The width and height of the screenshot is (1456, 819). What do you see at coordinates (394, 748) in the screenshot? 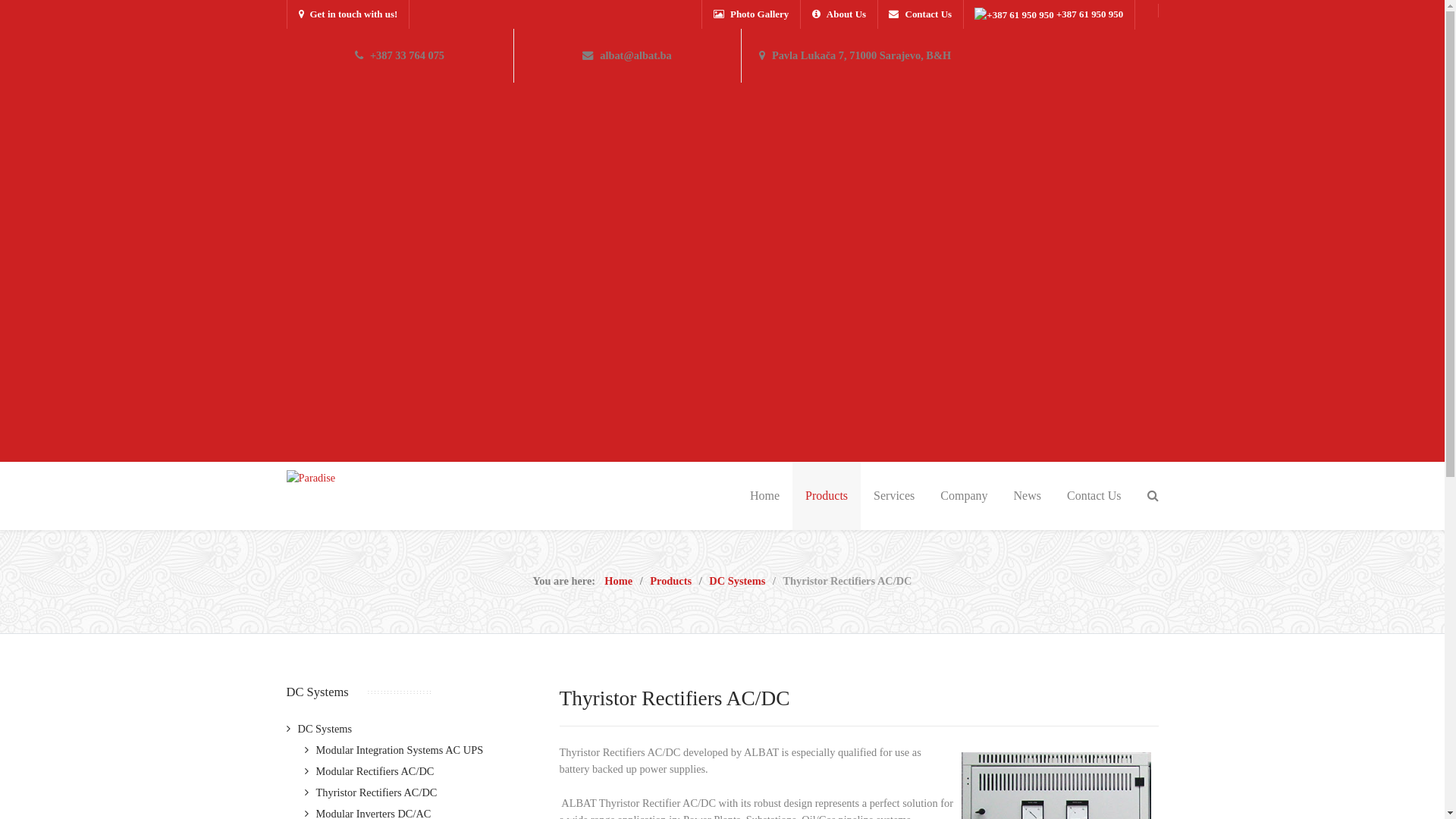
I see `'Modular Integration Systems AC UPS'` at bounding box center [394, 748].